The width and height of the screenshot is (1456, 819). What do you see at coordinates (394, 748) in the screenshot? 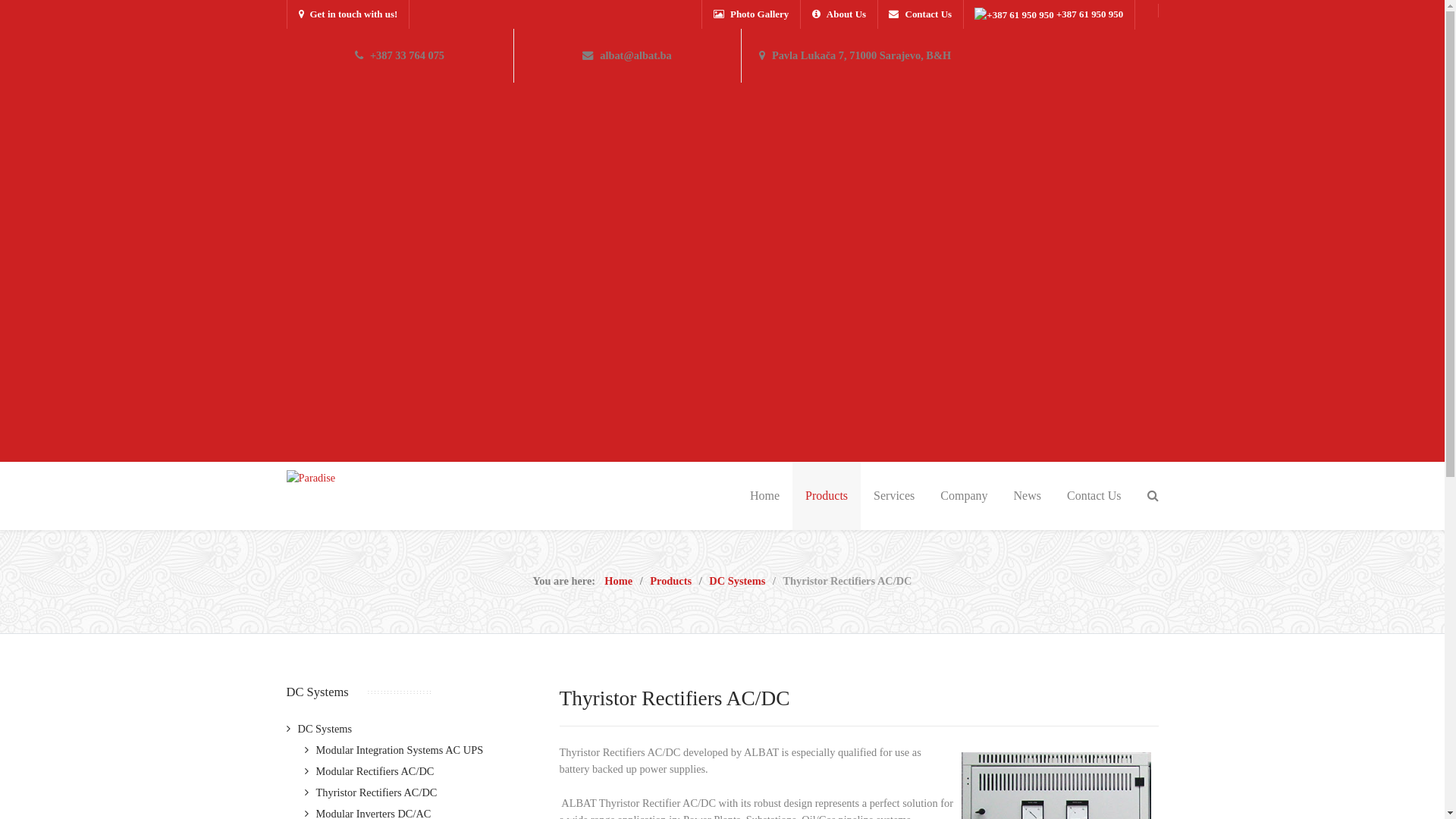
I see `'Modular Integration Systems AC UPS'` at bounding box center [394, 748].